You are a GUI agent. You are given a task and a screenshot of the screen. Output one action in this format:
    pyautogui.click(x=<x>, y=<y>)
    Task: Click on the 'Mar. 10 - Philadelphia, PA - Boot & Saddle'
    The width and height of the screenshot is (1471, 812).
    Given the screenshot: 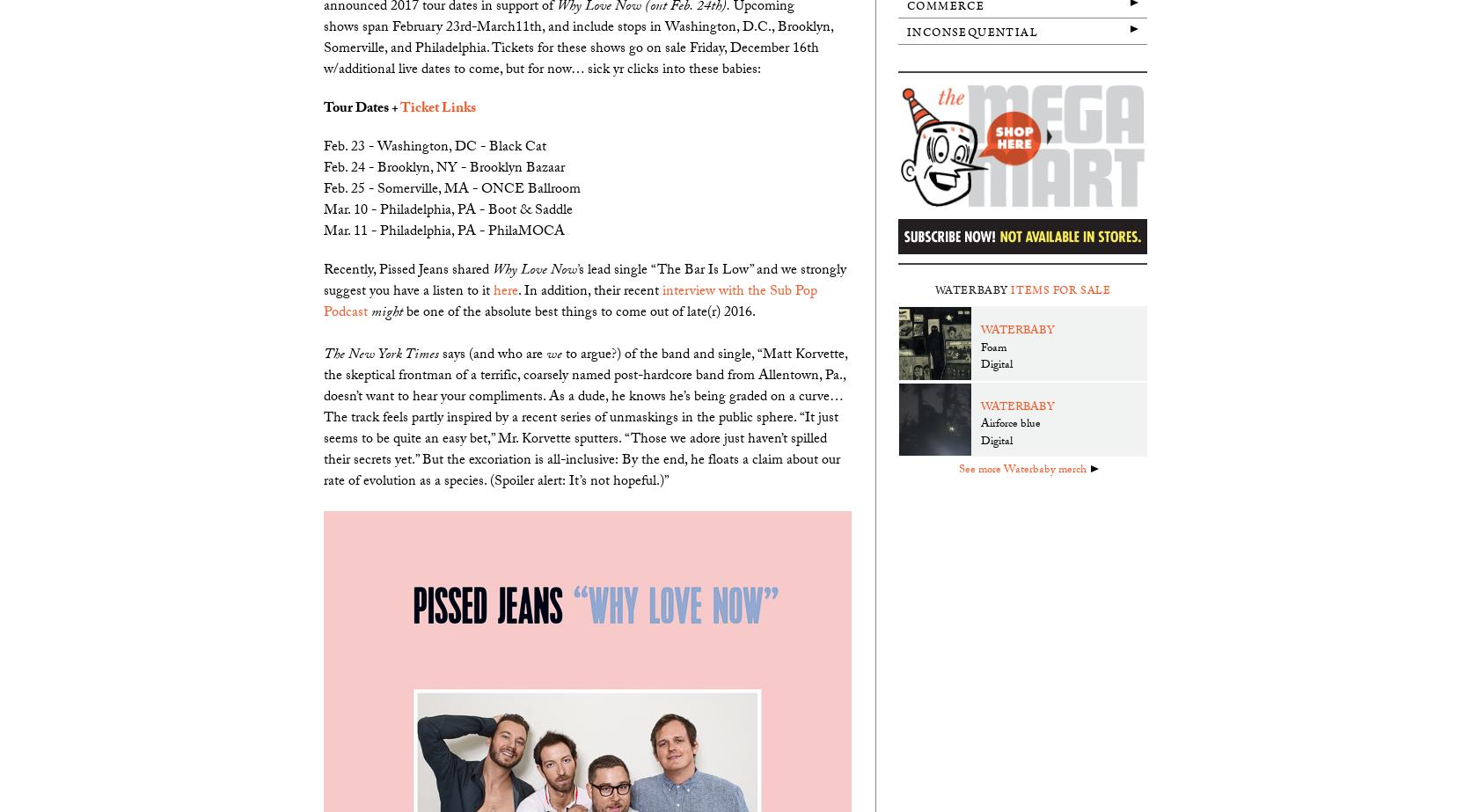 What is the action you would take?
    pyautogui.click(x=323, y=210)
    